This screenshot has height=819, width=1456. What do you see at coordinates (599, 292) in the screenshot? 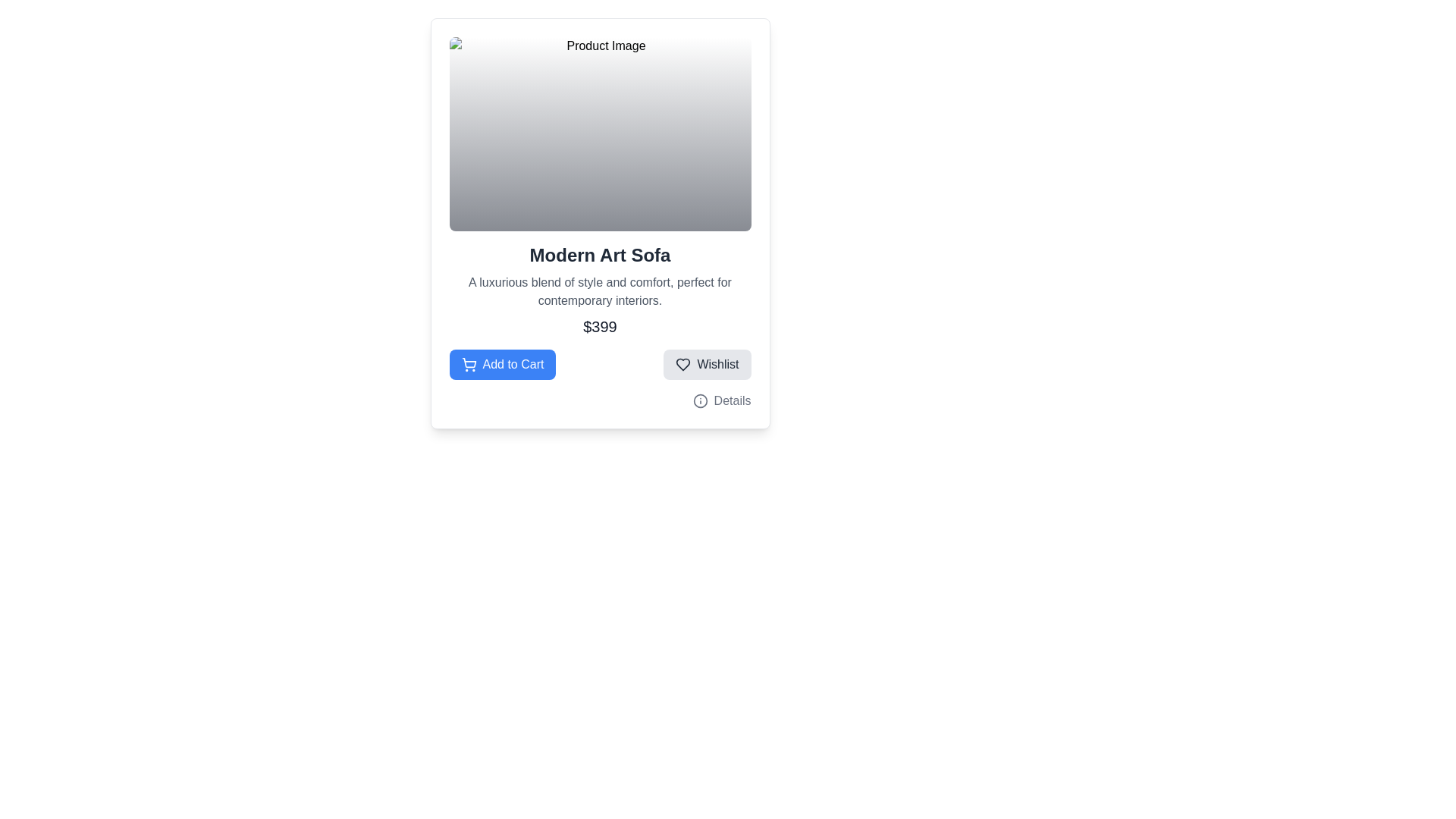
I see `the text block with gray-colored font that reads 'A luxurious blend of style and comfort, perfect for contemporary interiors.', located below the title 'Modern Art Sofa' and above the price '$399'` at bounding box center [599, 292].